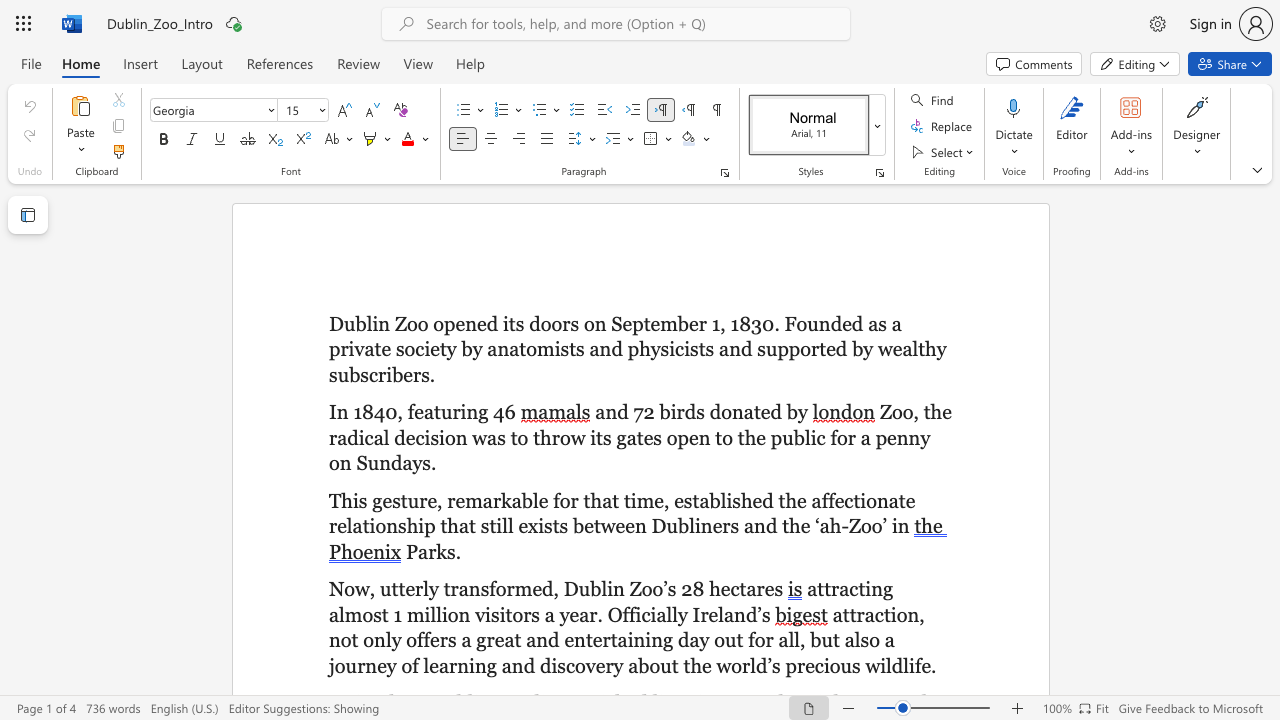 The width and height of the screenshot is (1280, 720). I want to click on the subset text "ourney of learning and discovery about the world’s prec" within the text "a great and entertaining day out for all, but also a journey of learning and discovery about the world’s precious wildlife", so click(334, 665).